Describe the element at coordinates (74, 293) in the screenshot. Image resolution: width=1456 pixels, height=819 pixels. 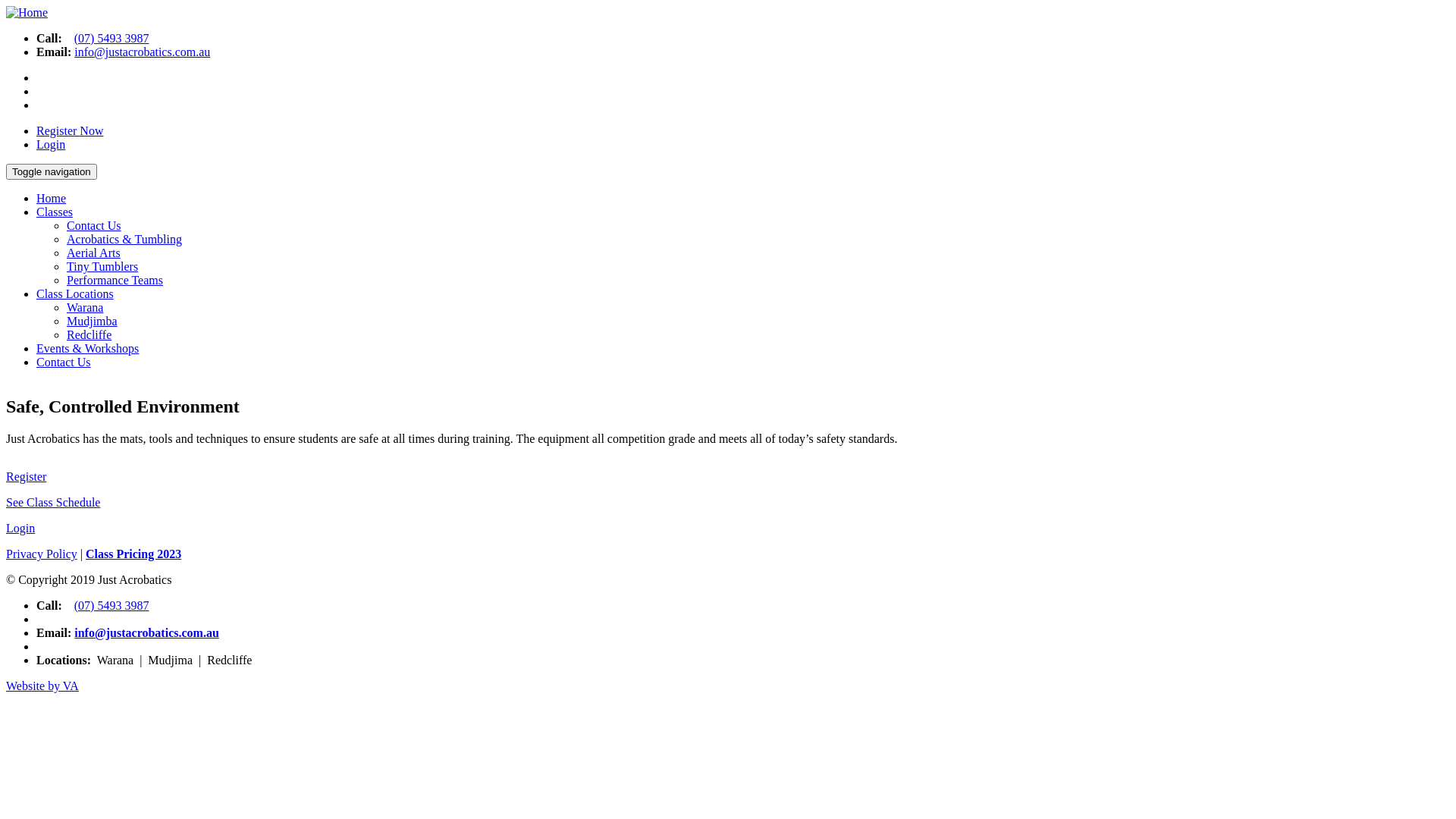
I see `'Class Locations'` at that location.